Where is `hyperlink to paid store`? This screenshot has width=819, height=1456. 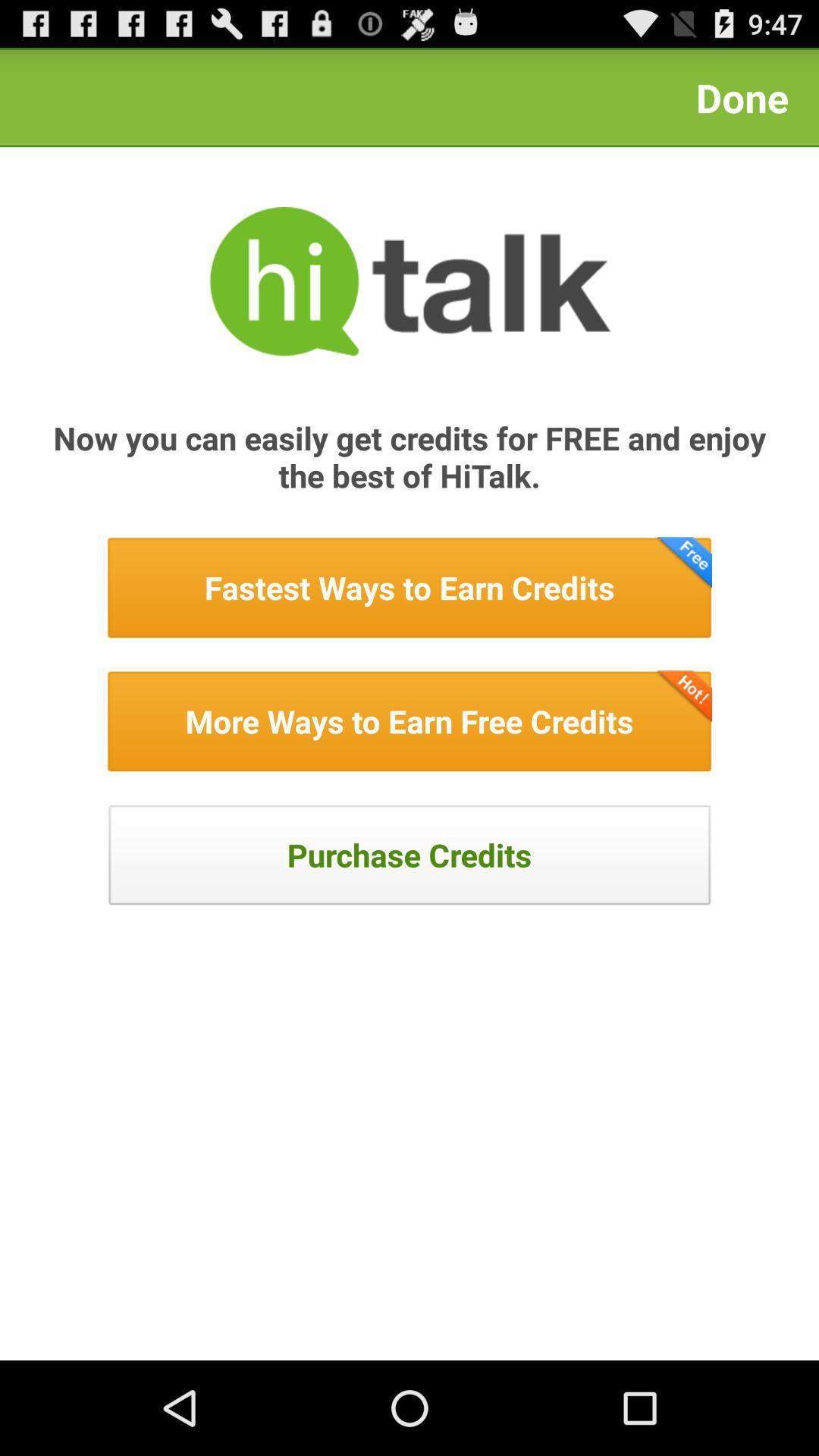 hyperlink to paid store is located at coordinates (409, 855).